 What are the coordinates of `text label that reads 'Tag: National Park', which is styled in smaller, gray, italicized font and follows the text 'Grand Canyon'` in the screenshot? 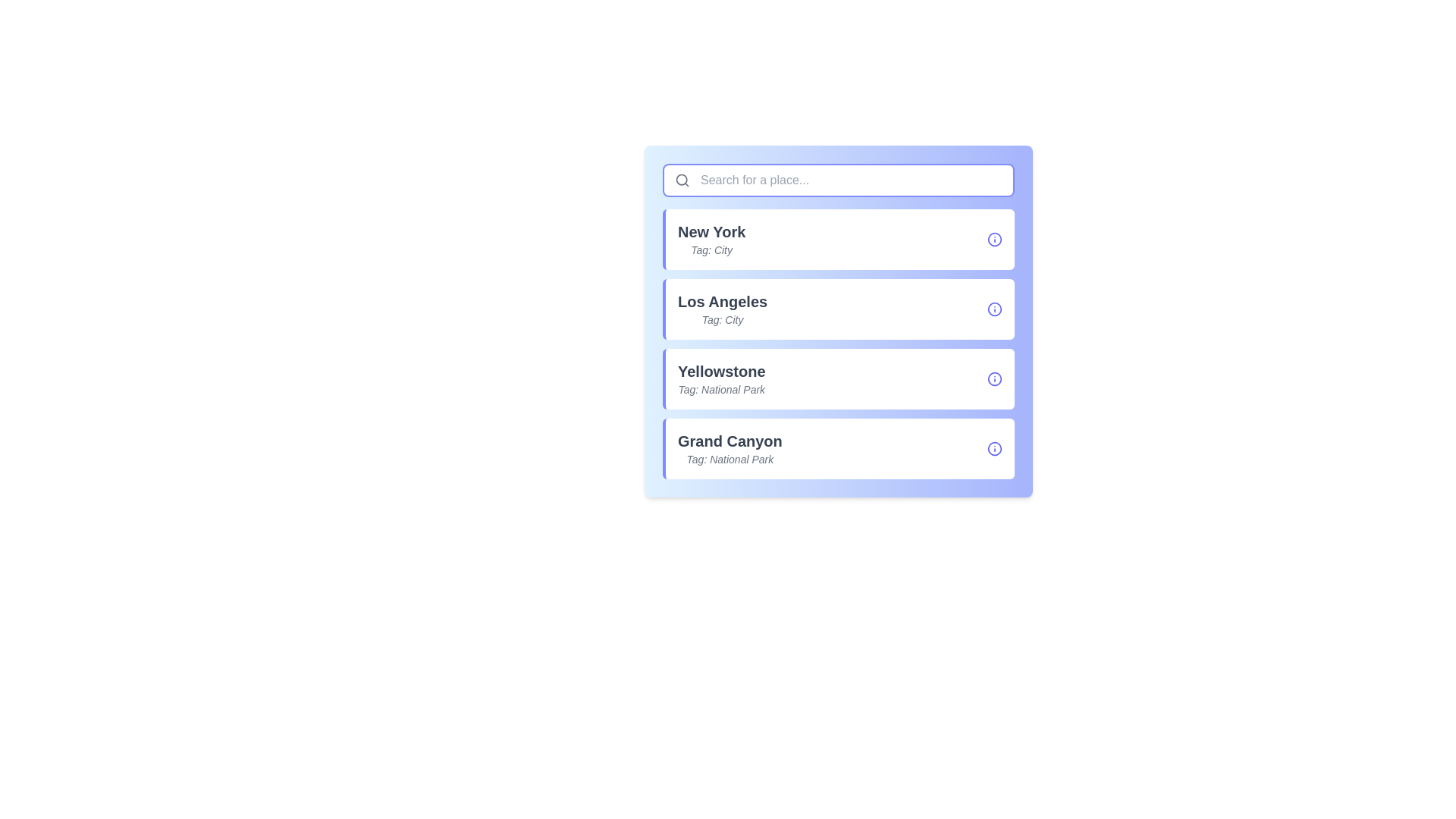 It's located at (730, 458).